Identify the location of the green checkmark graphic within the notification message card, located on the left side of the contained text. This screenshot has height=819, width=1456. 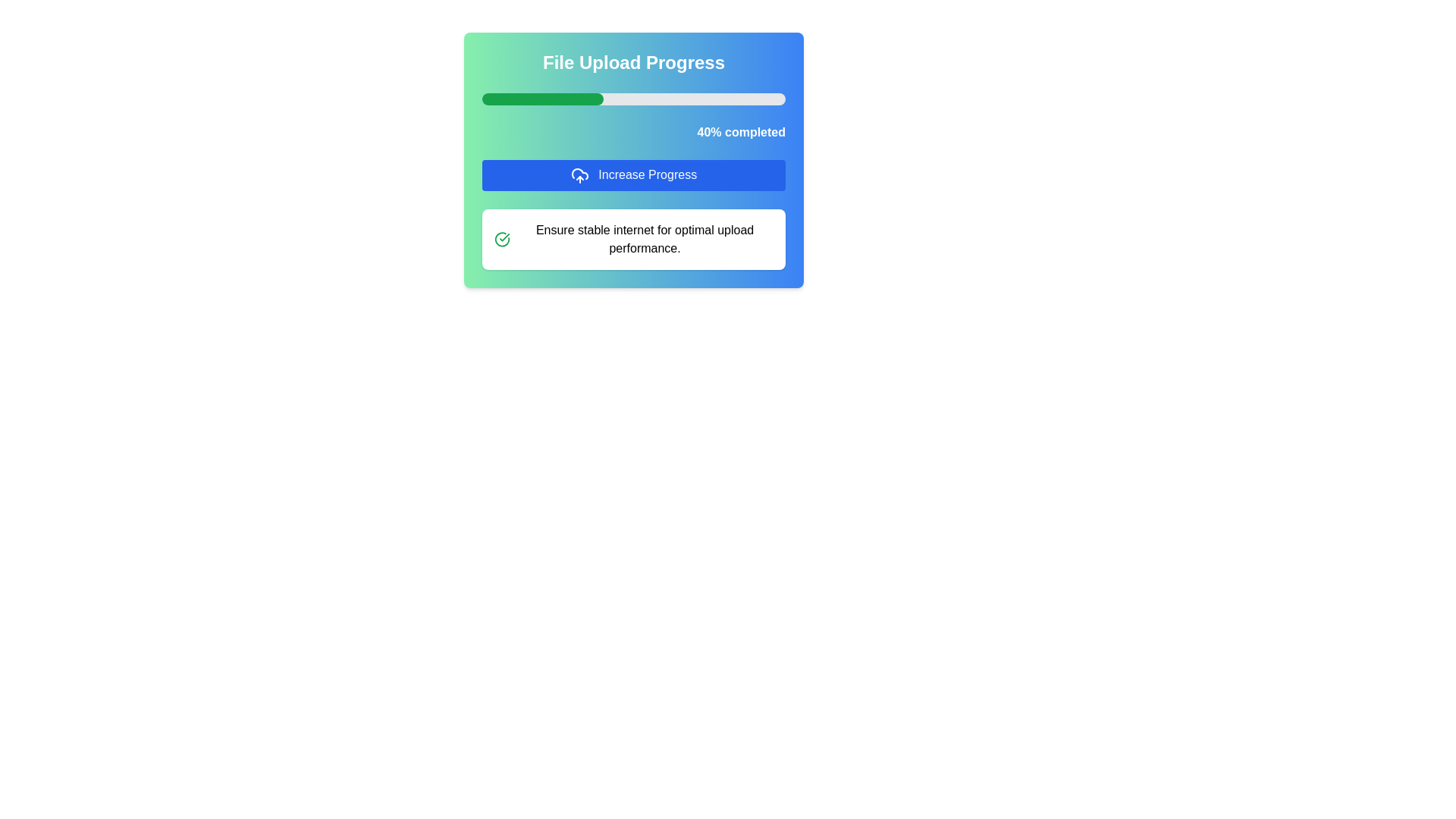
(502, 239).